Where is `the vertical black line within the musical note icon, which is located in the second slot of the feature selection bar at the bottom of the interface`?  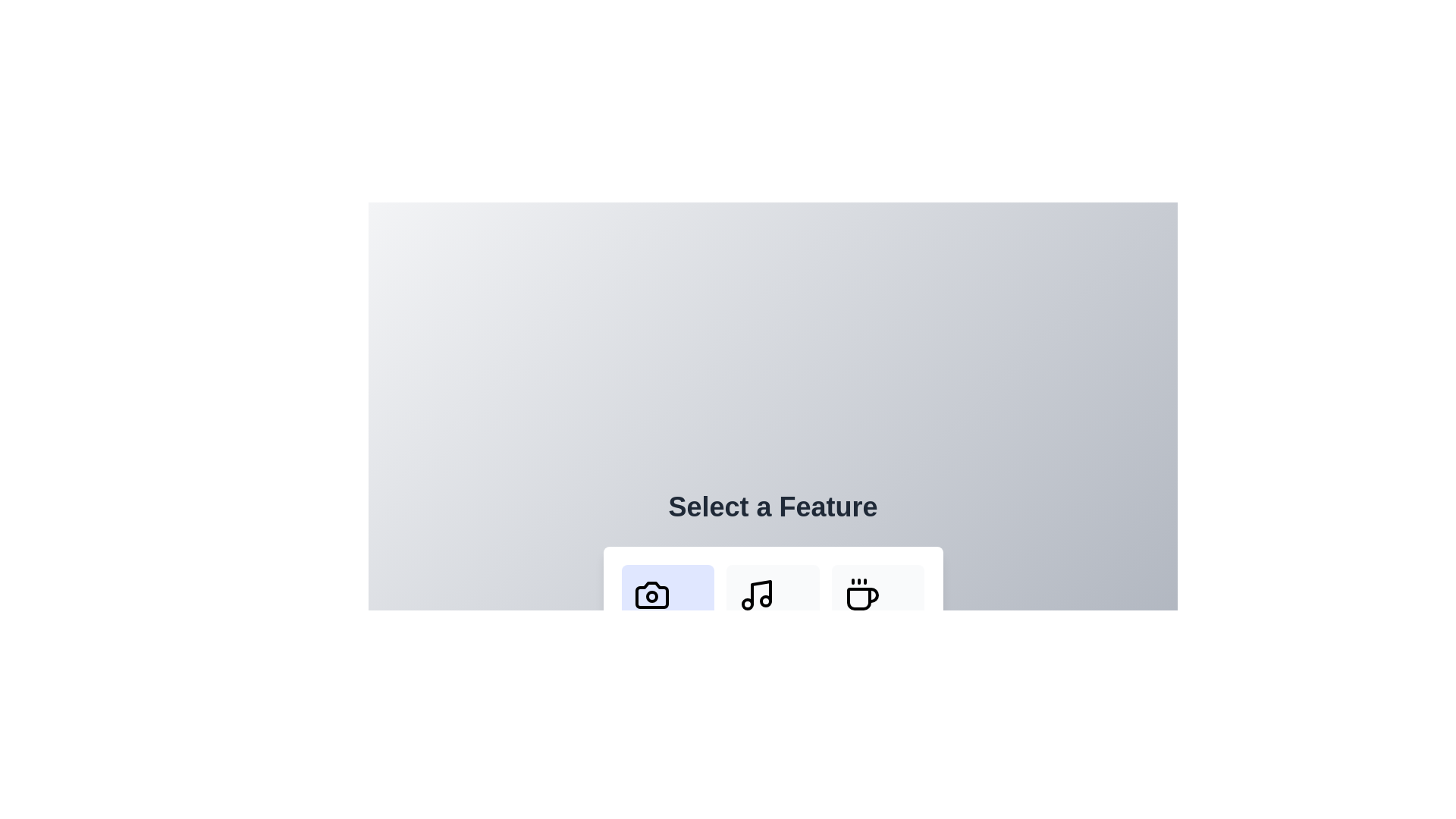
the vertical black line within the musical note icon, which is located in the second slot of the feature selection bar at the bottom of the interface is located at coordinates (761, 592).